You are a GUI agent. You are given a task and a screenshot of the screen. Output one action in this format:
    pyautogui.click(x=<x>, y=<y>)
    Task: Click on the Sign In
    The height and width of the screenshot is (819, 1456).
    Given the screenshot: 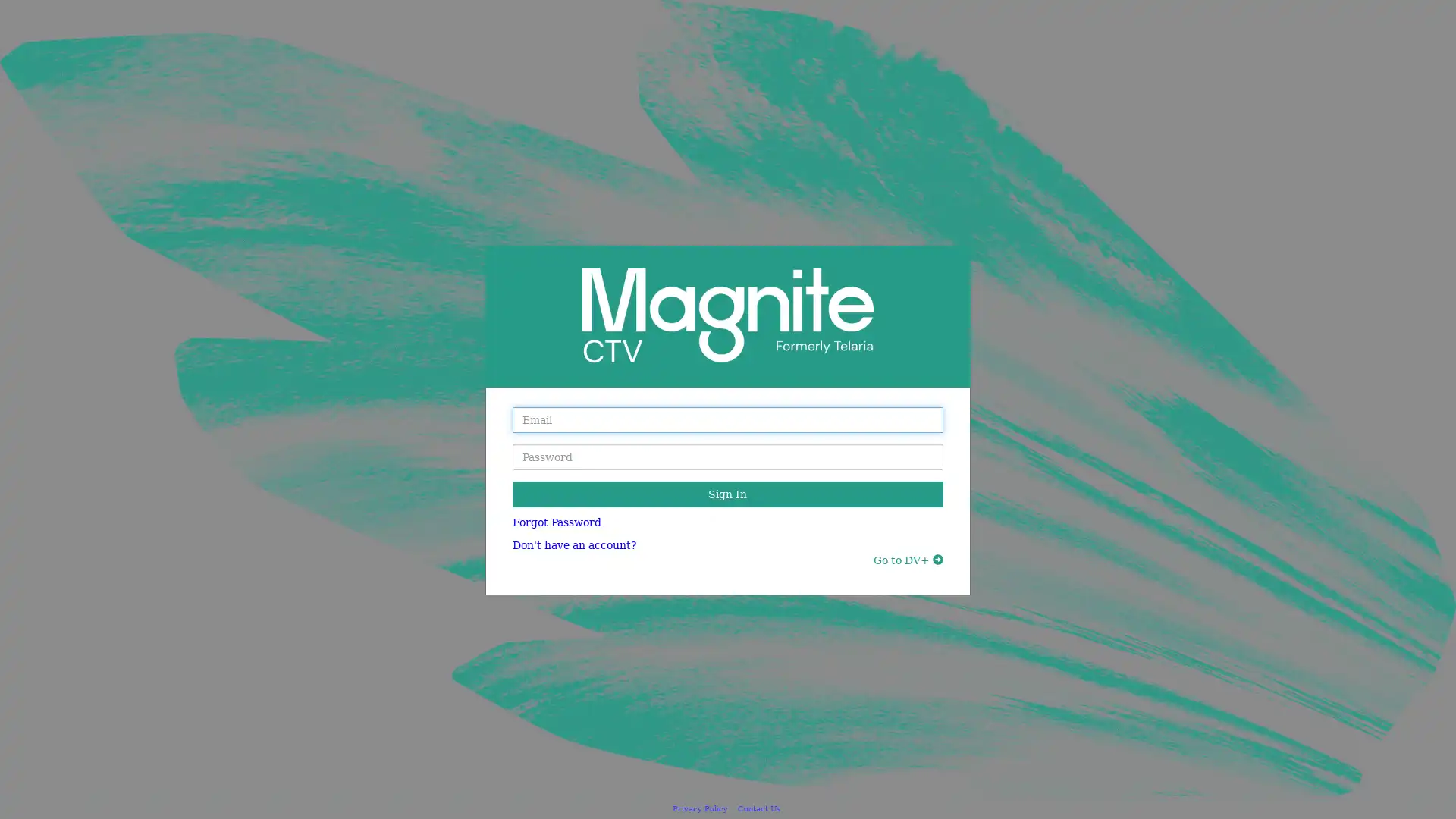 What is the action you would take?
    pyautogui.click(x=726, y=494)
    